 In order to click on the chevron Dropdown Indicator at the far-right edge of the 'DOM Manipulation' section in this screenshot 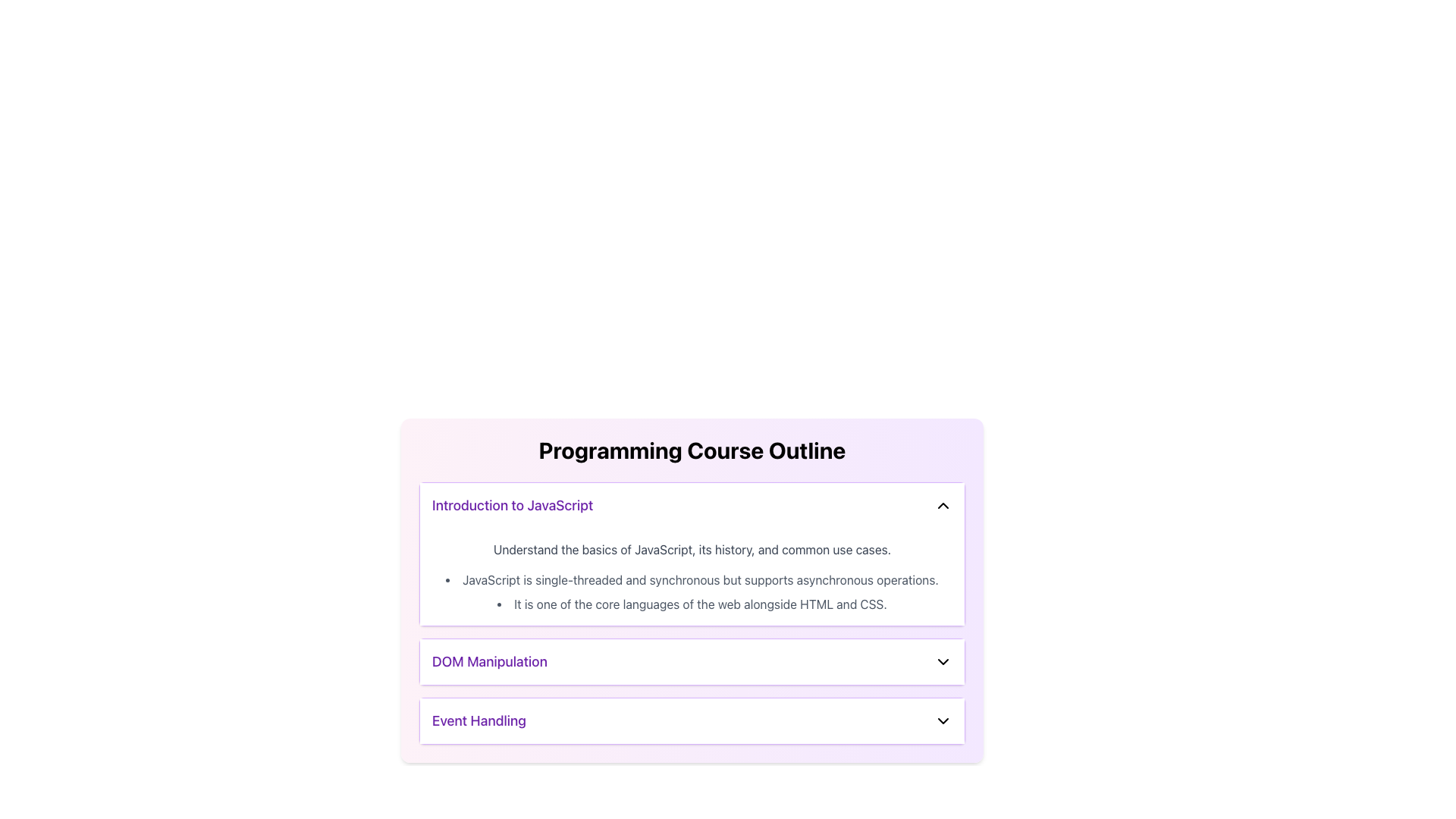, I will do `click(942, 661)`.